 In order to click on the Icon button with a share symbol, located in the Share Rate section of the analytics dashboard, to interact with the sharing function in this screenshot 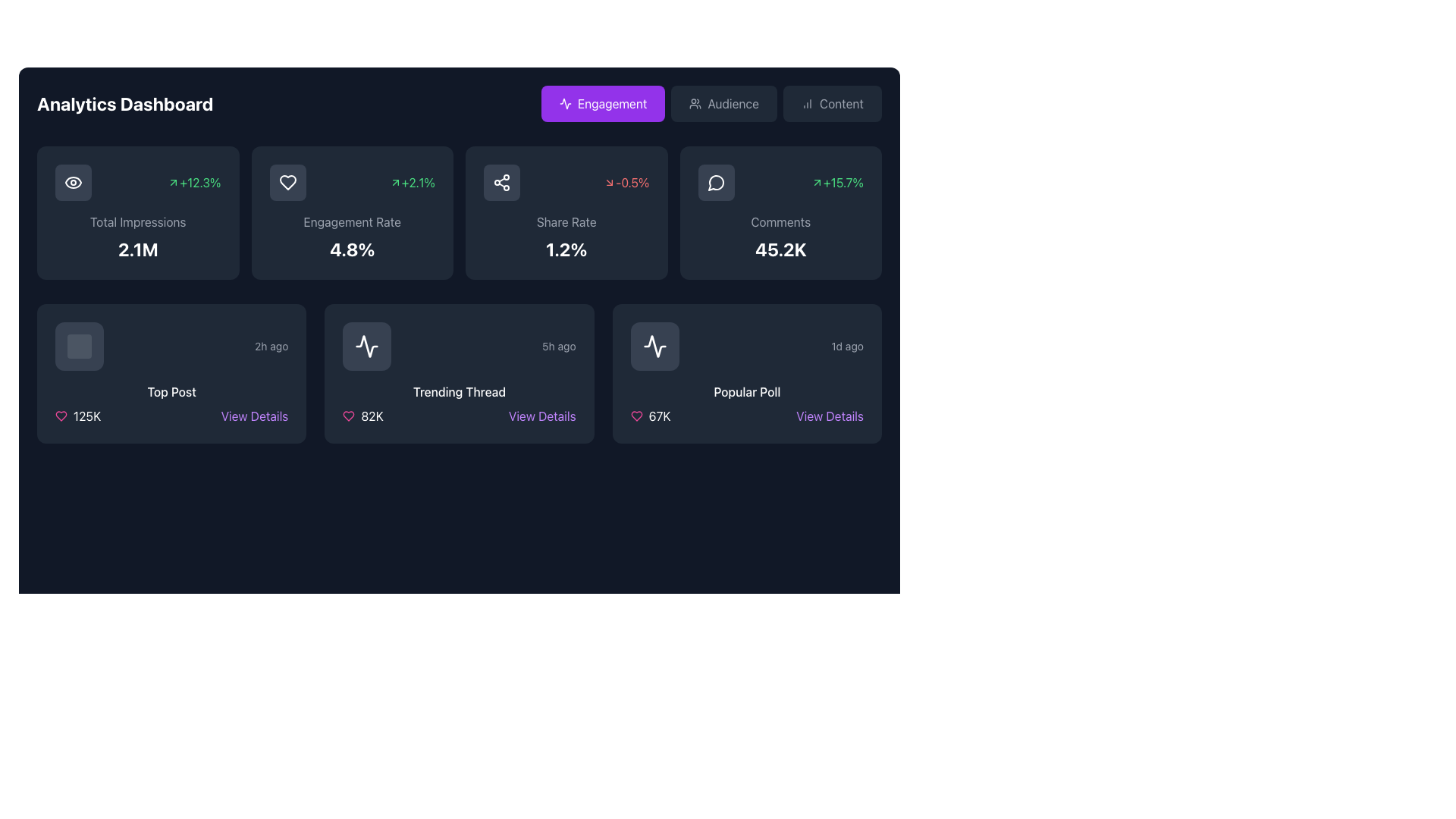, I will do `click(502, 181)`.